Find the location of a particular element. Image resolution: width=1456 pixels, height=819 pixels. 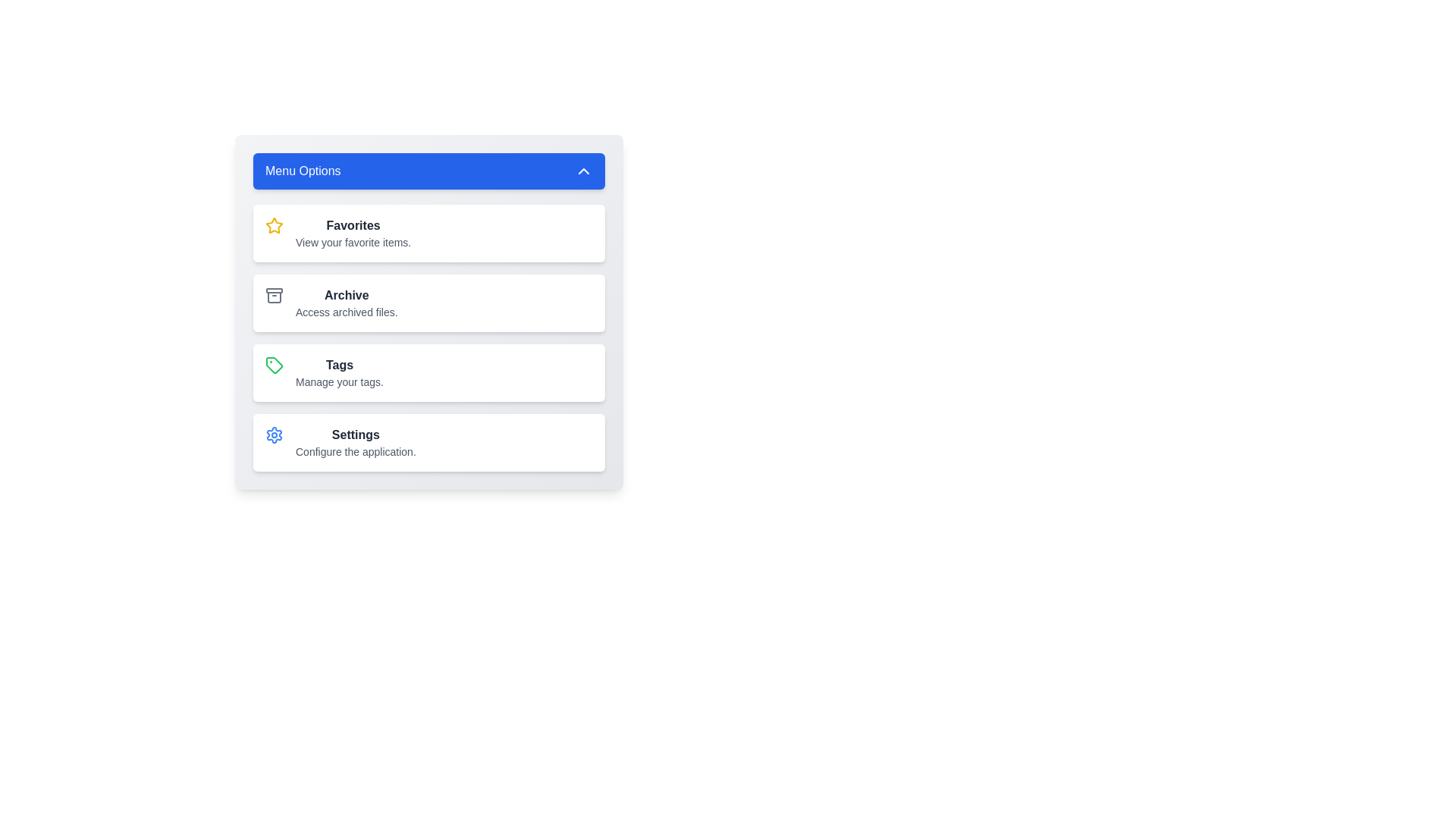

text within the 'Tags' descriptor element, which includes a bold label 'Tags' and a subtitle 'Manage your tags.' is located at coordinates (338, 373).